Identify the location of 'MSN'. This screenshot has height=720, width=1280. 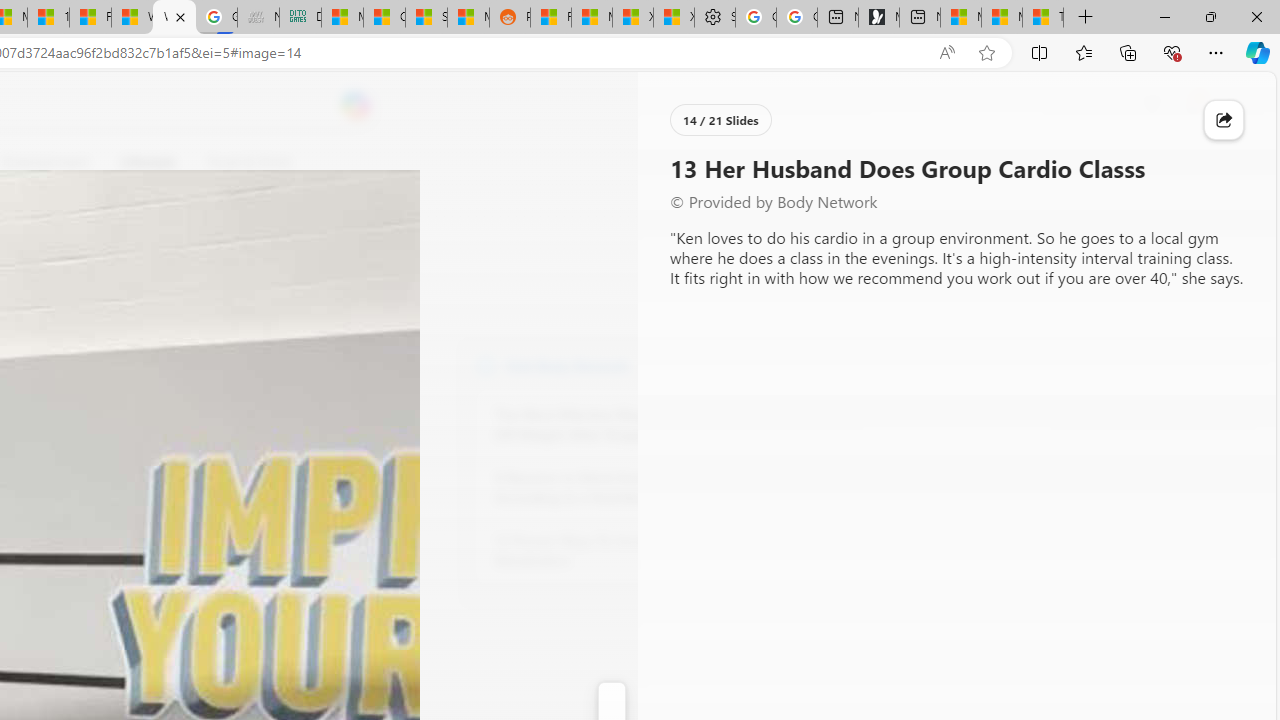
(467, 17).